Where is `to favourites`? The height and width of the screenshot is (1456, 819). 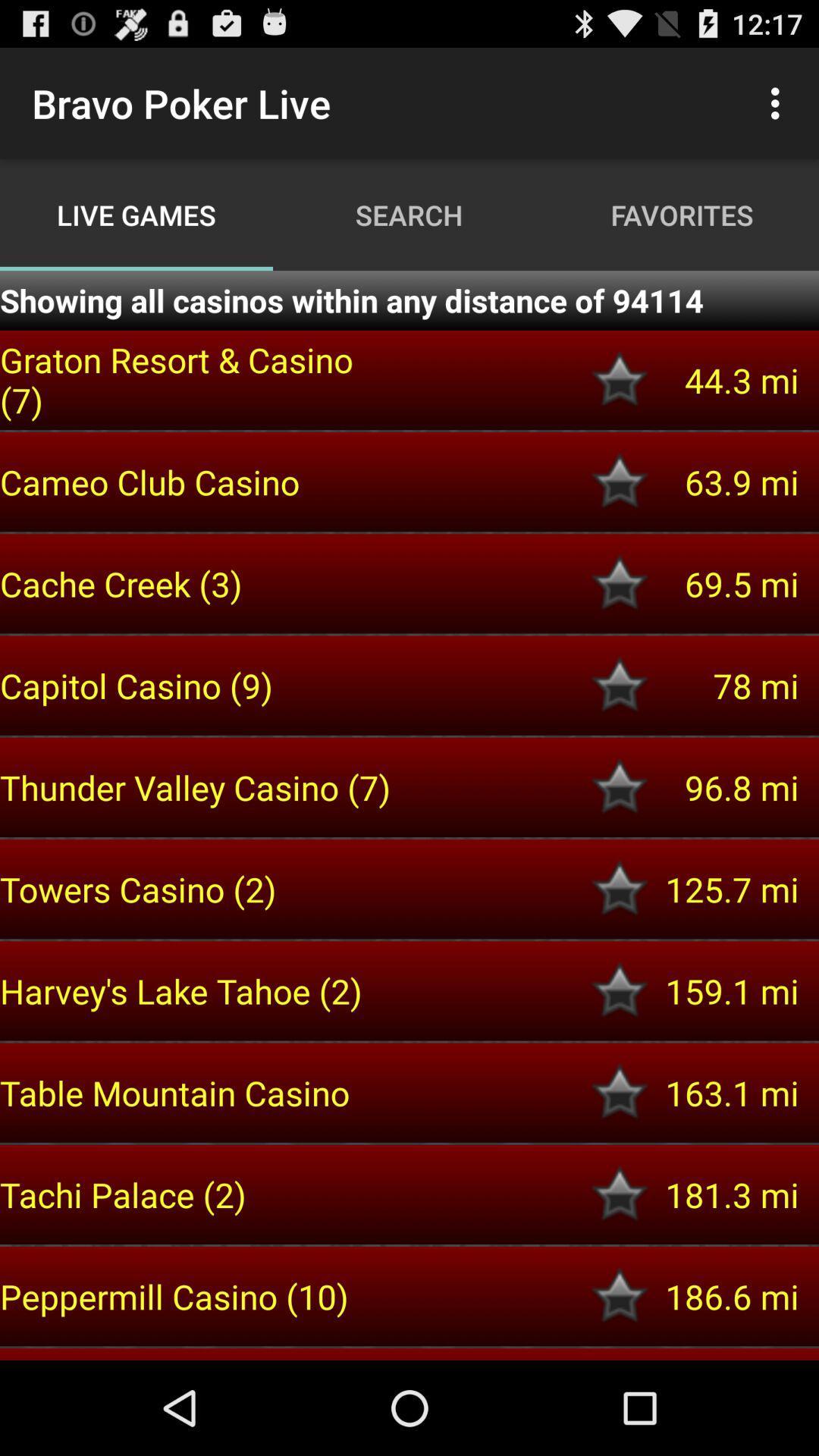
to favourites is located at coordinates (620, 582).